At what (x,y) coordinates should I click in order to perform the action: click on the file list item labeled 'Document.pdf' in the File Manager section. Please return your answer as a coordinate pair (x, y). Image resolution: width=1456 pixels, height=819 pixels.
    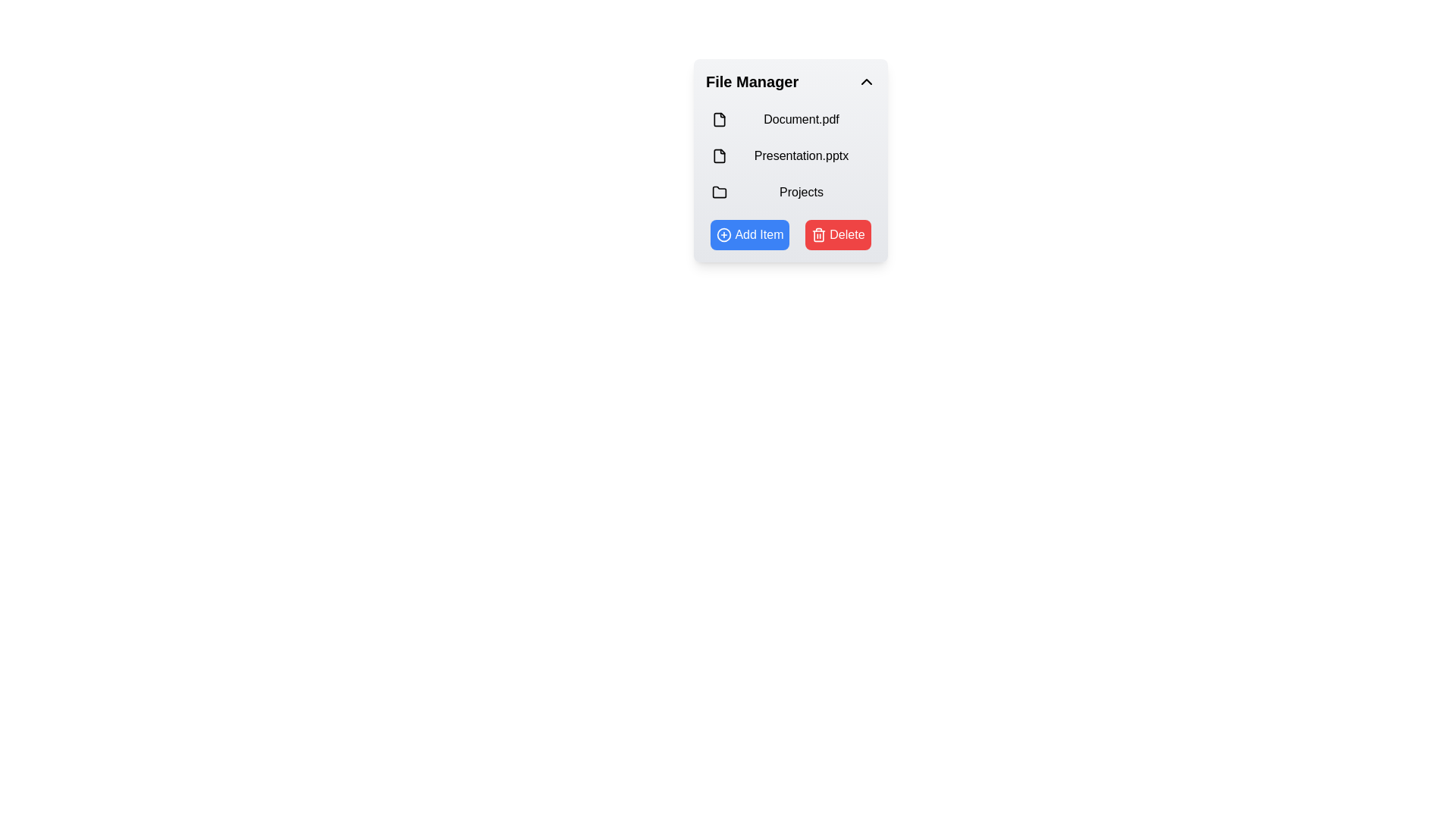
    Looking at the image, I should click on (789, 119).